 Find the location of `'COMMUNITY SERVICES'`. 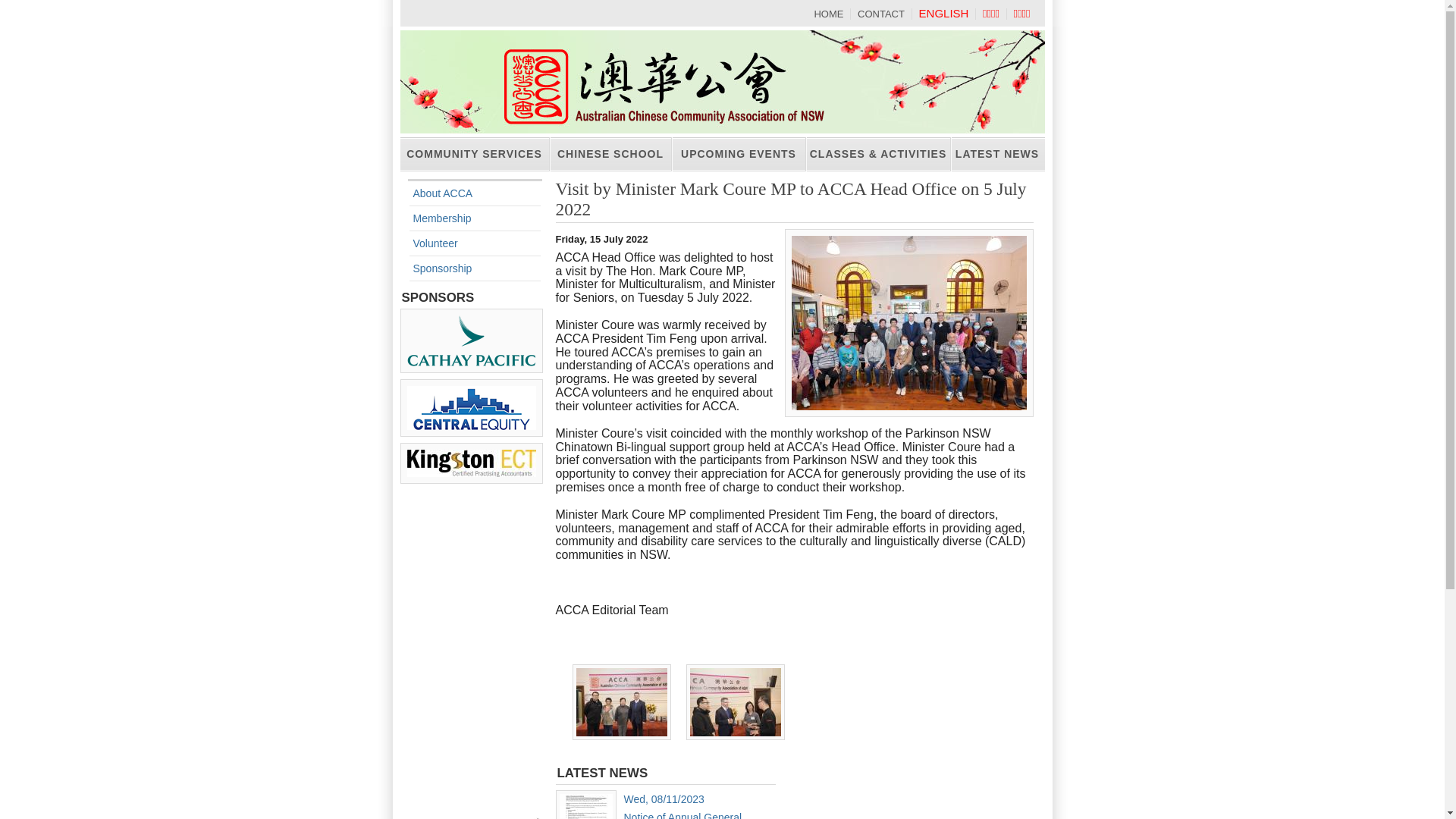

'COMMUNITY SERVICES' is located at coordinates (474, 154).